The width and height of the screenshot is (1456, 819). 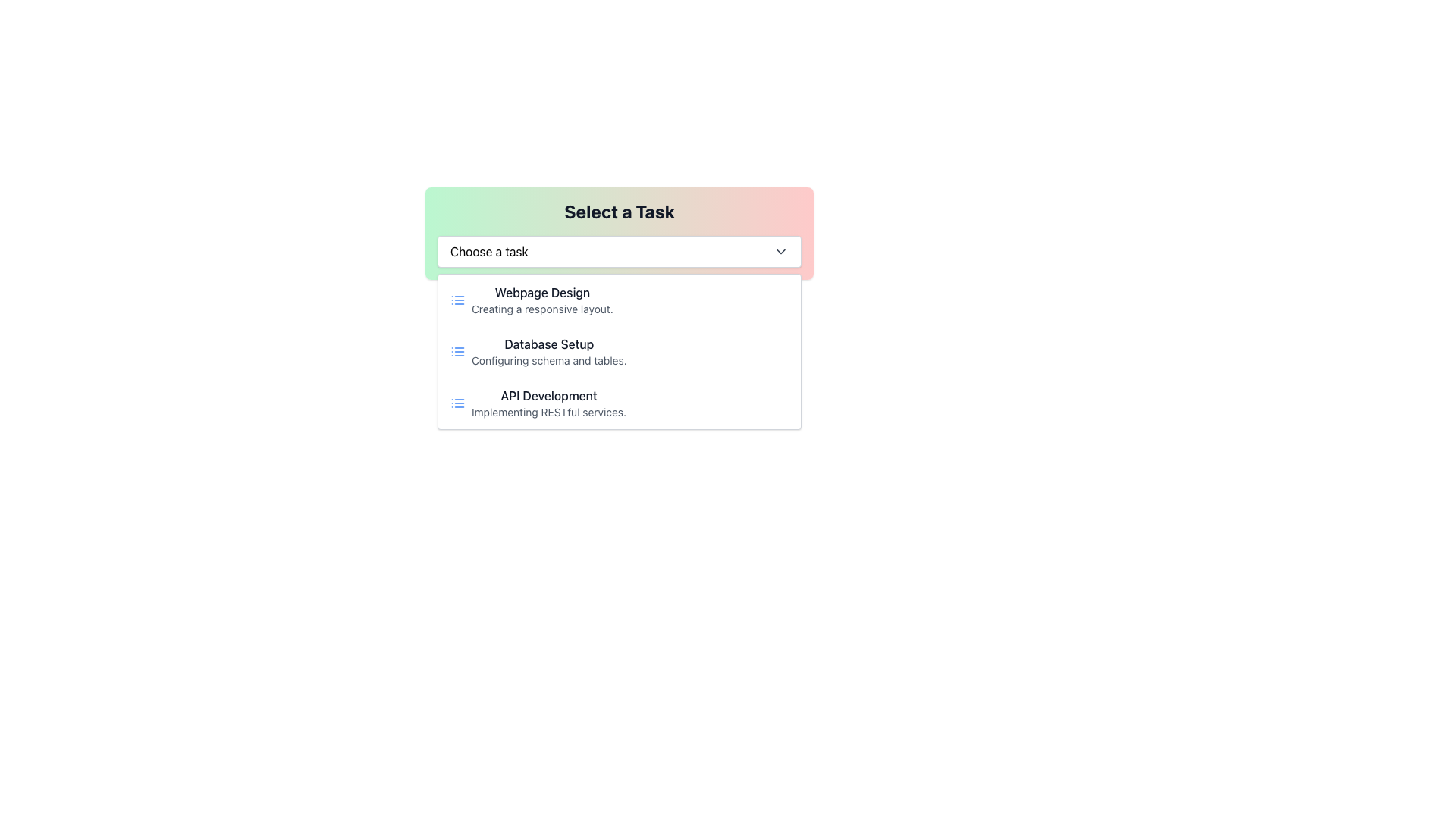 I want to click on the 'Database Setup' dropdown list item, which is the second entry under 'Select a Task', so click(x=619, y=351).